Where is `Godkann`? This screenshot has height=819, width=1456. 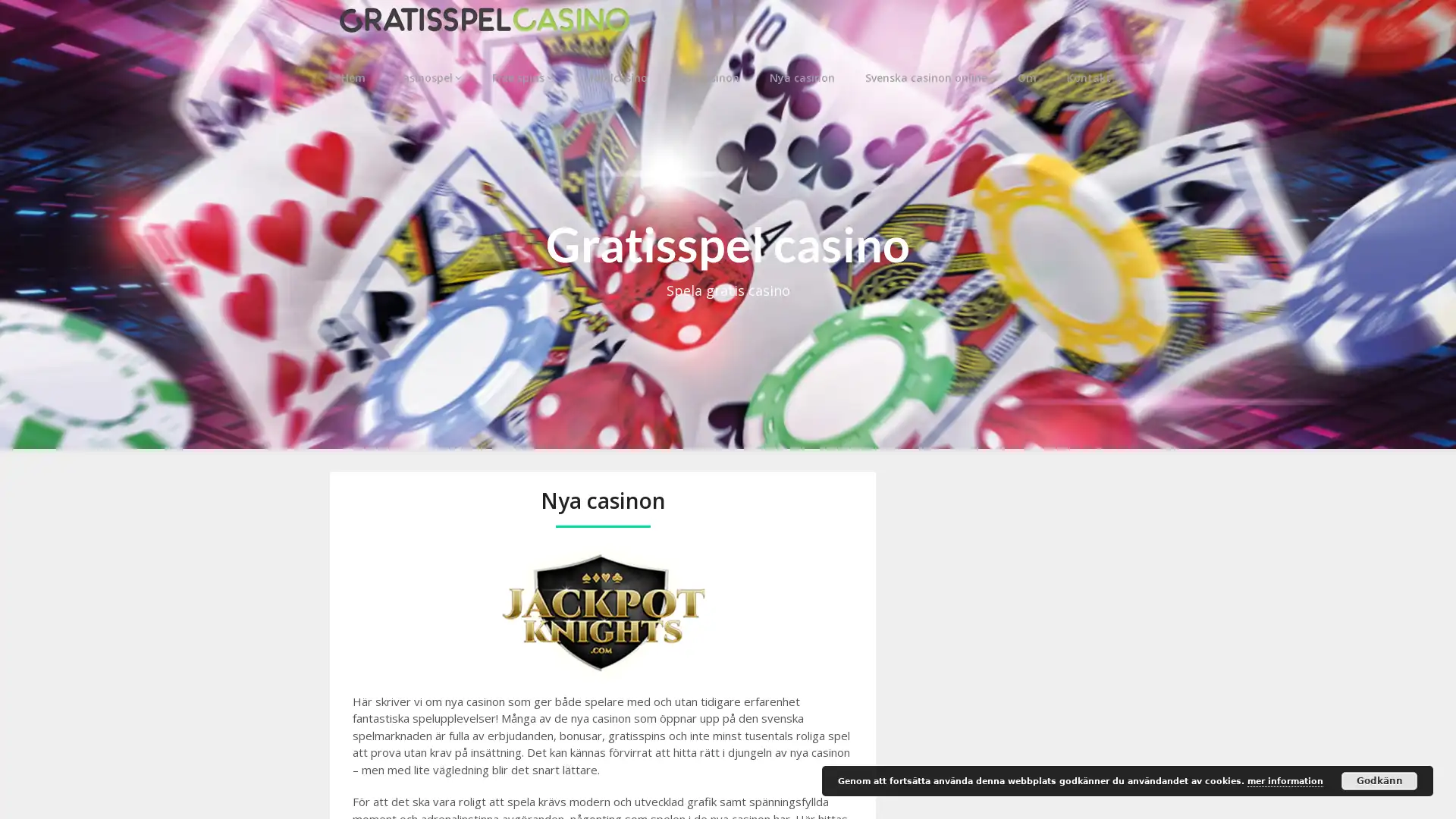 Godkann is located at coordinates (1379, 780).